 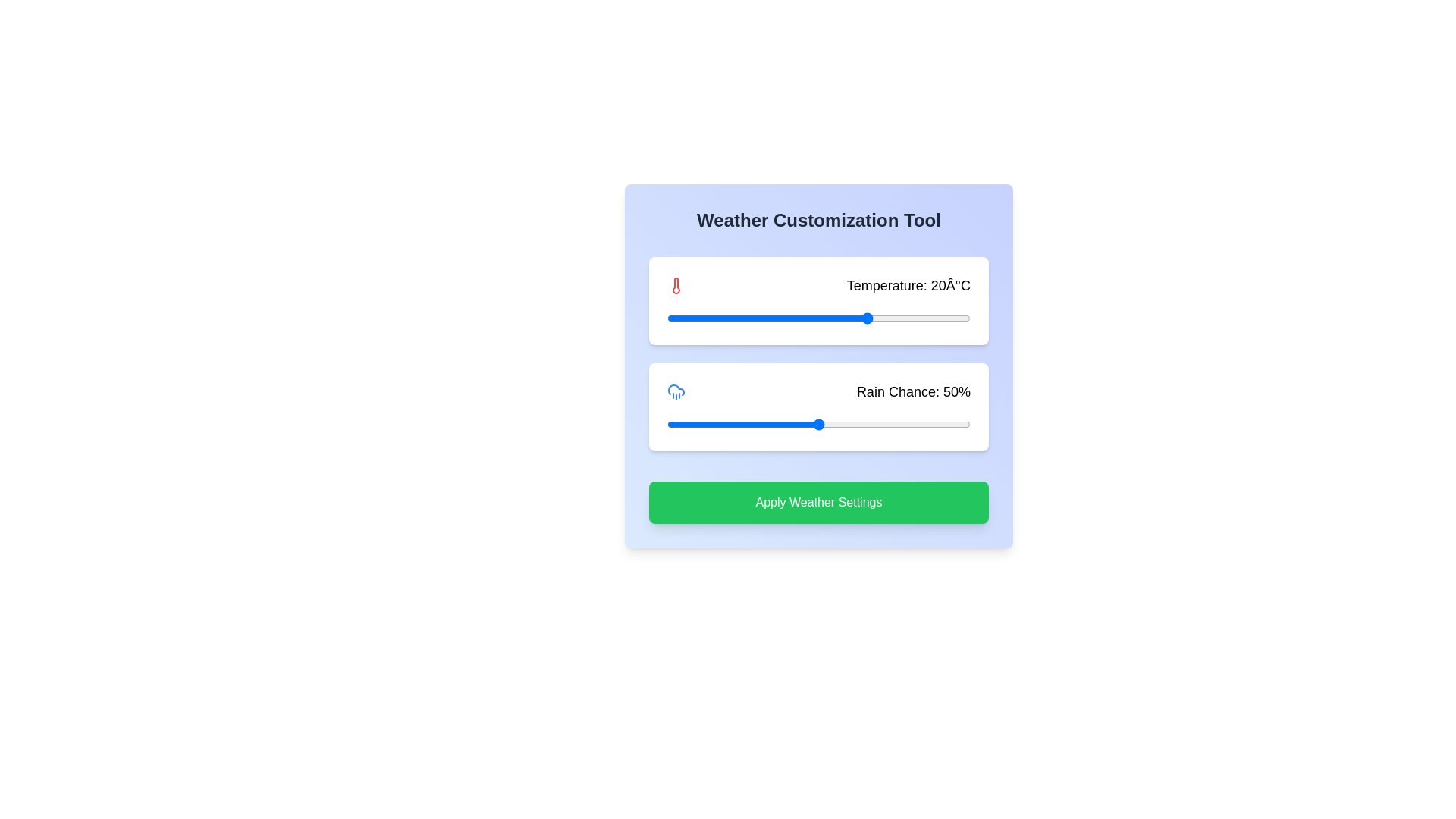 I want to click on the rain chance slider to set the rain probability to 51%, so click(x=821, y=424).